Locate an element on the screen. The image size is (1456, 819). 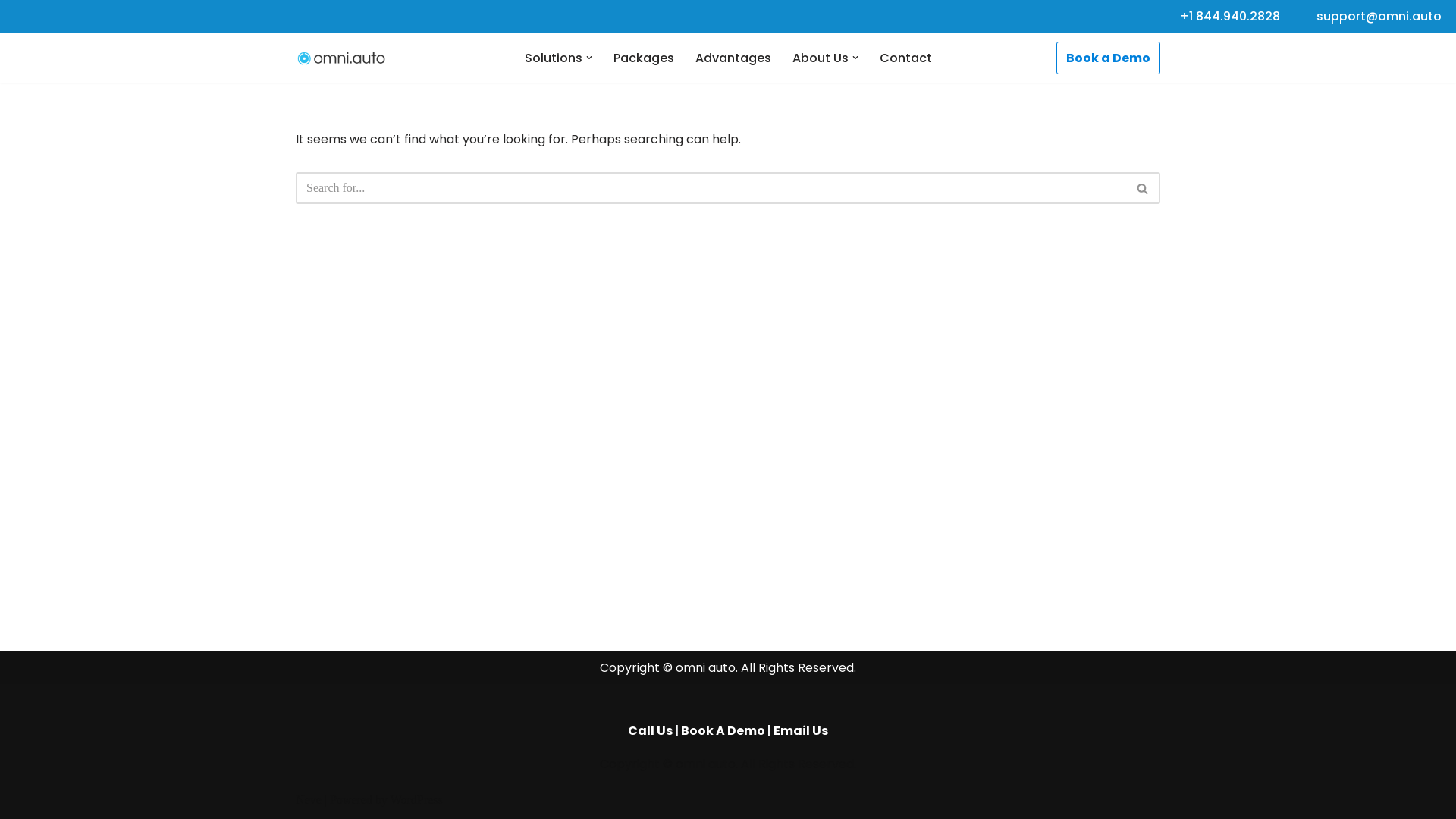
'Book a Demo' is located at coordinates (1108, 58).